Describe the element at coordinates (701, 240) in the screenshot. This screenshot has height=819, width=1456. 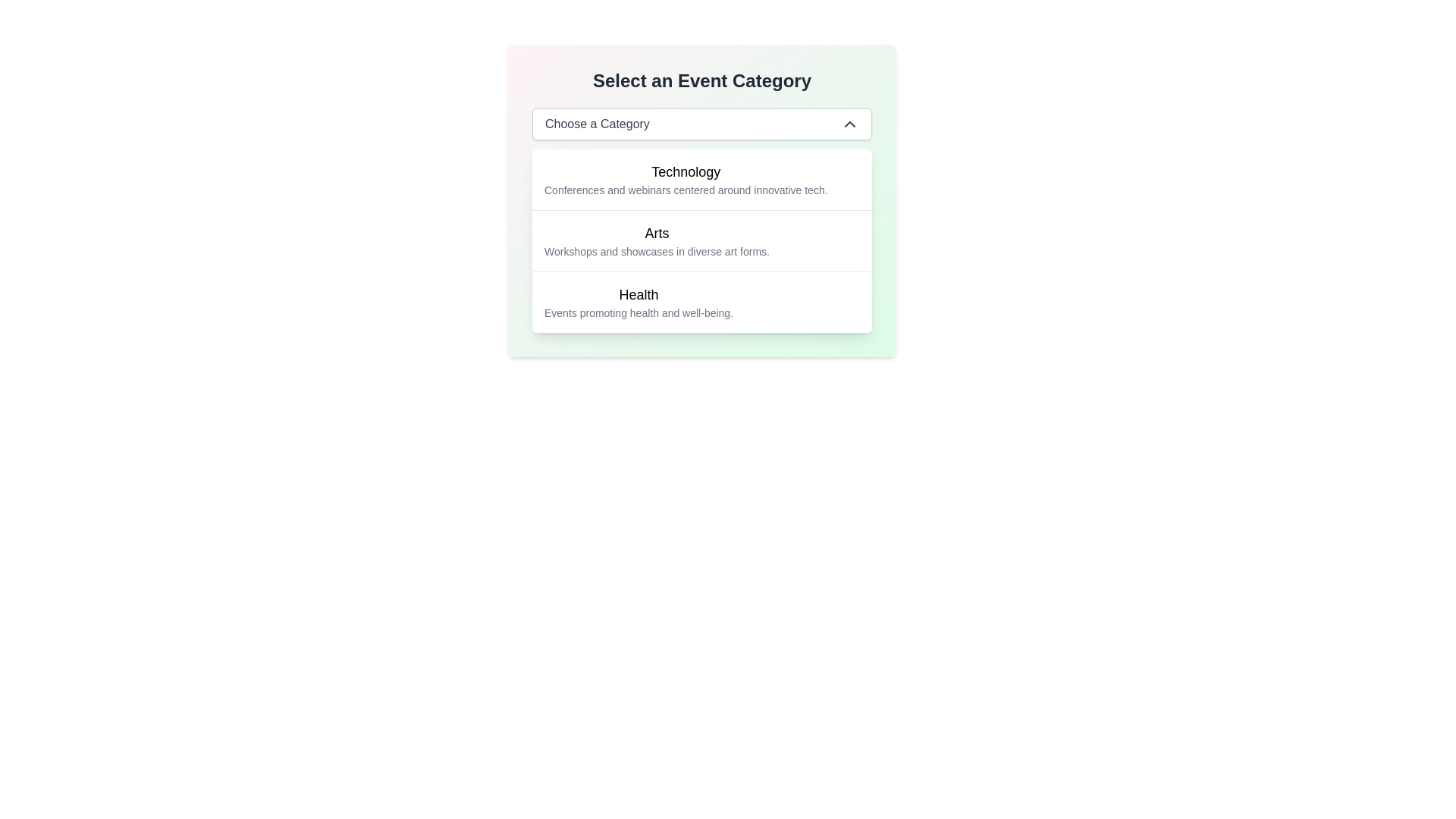
I see `the 'Arts' category list item, which is the second option in the event category selector, located below the 'Technology' option and above the 'Health' option` at that location.